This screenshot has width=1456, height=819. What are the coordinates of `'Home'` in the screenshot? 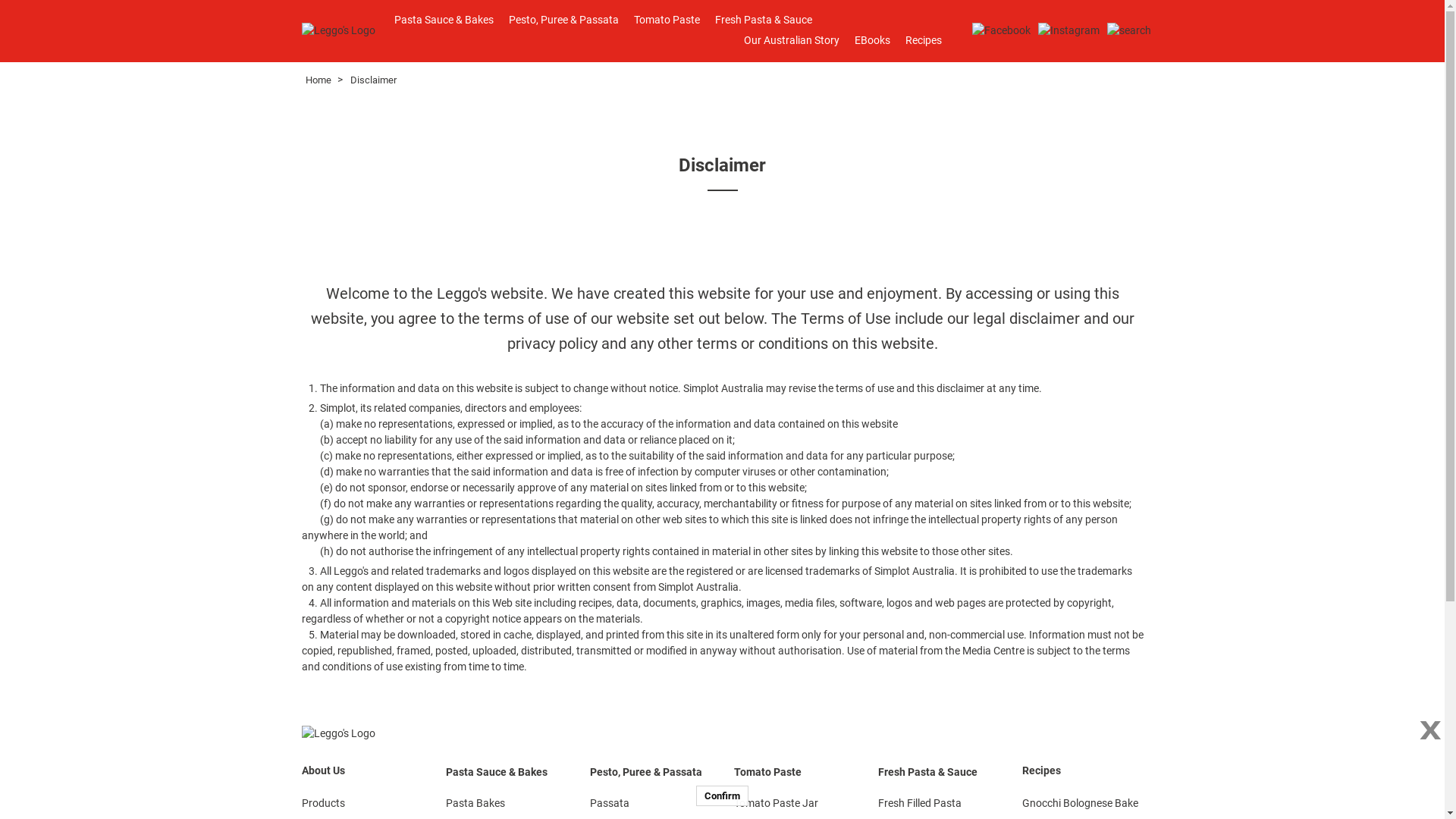 It's located at (316, 80).